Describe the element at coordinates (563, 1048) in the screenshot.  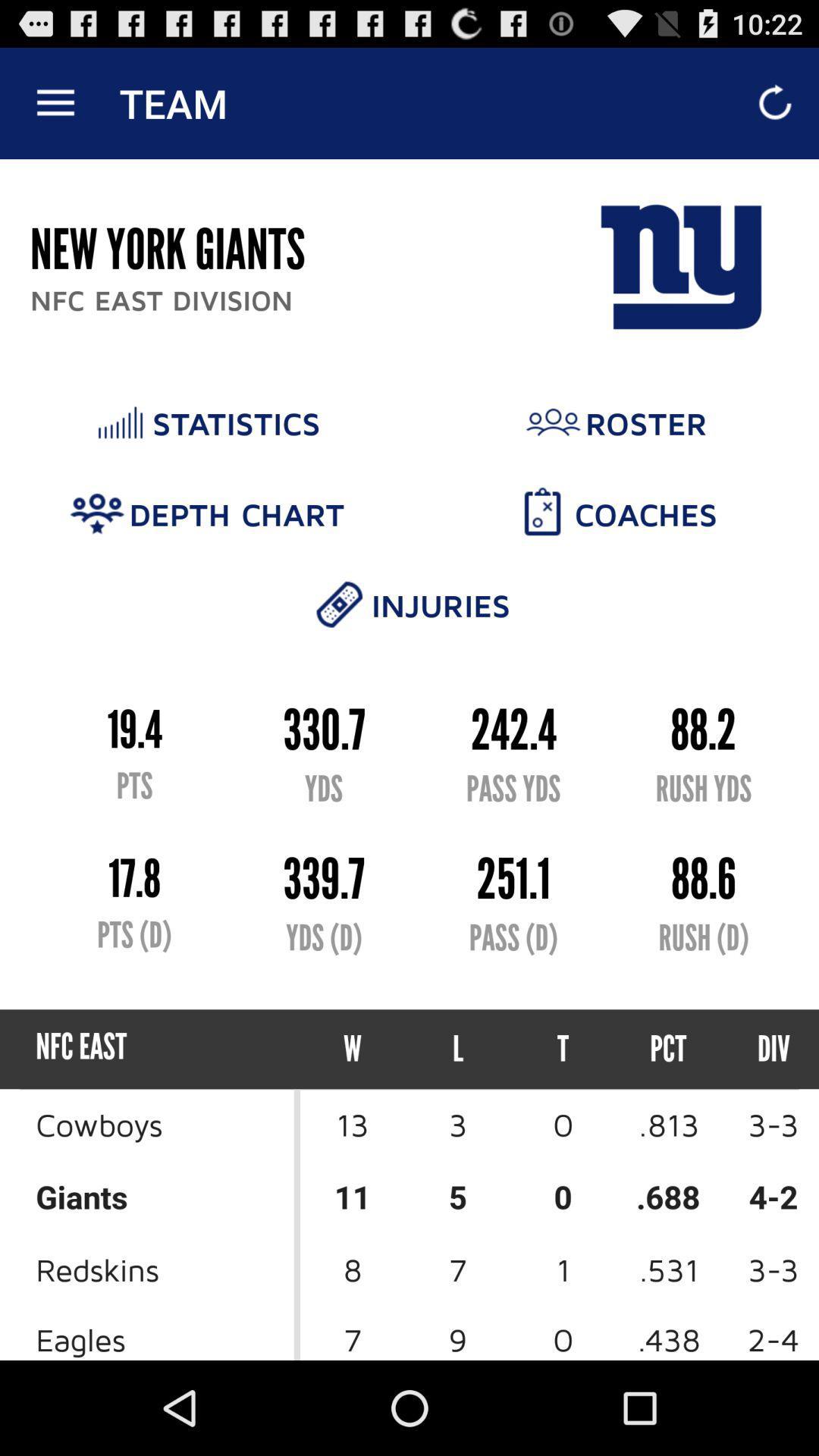
I see `the icon next to the l icon` at that location.